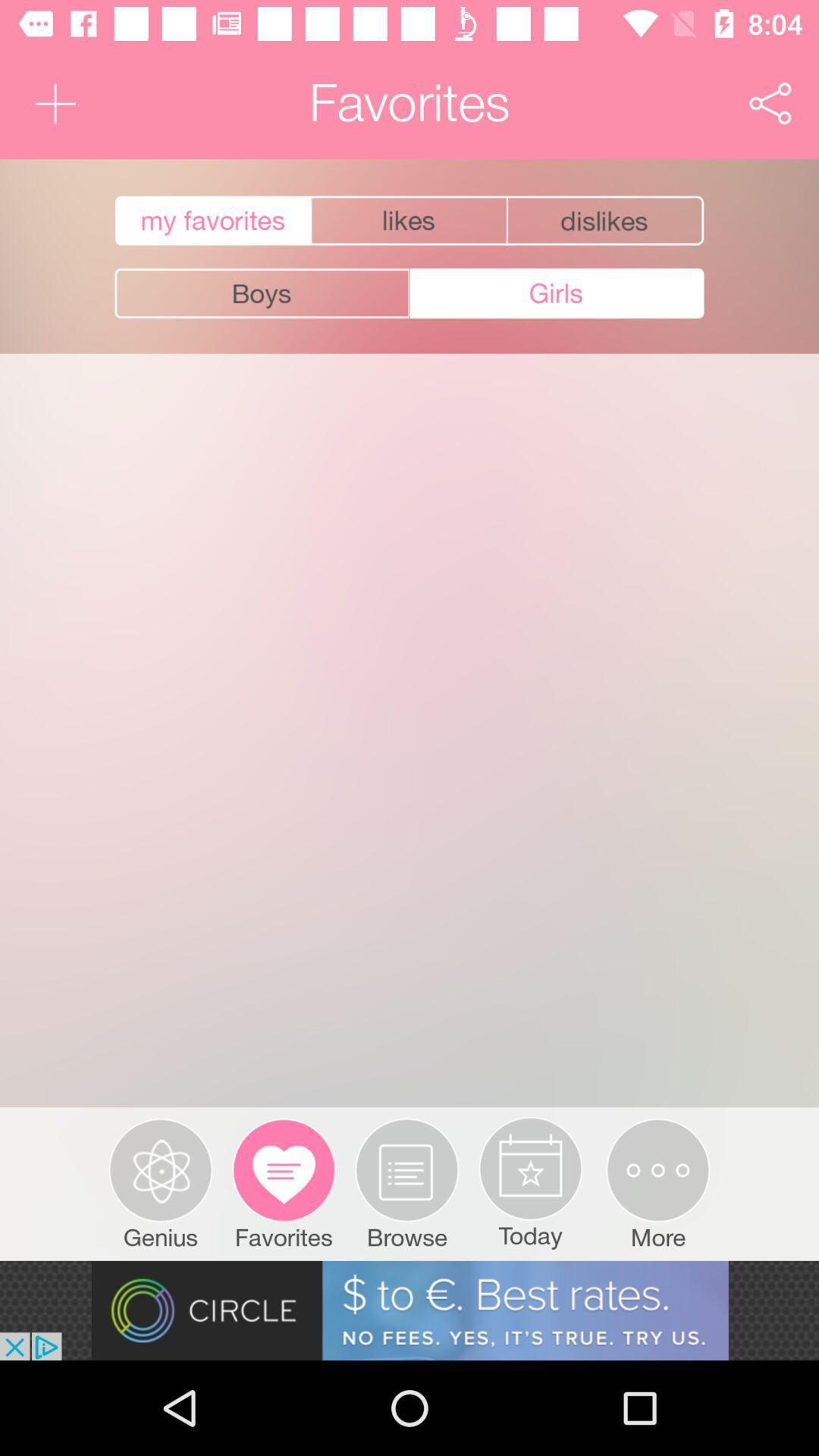 The width and height of the screenshot is (819, 1456). I want to click on click advertisement, so click(409, 1310).